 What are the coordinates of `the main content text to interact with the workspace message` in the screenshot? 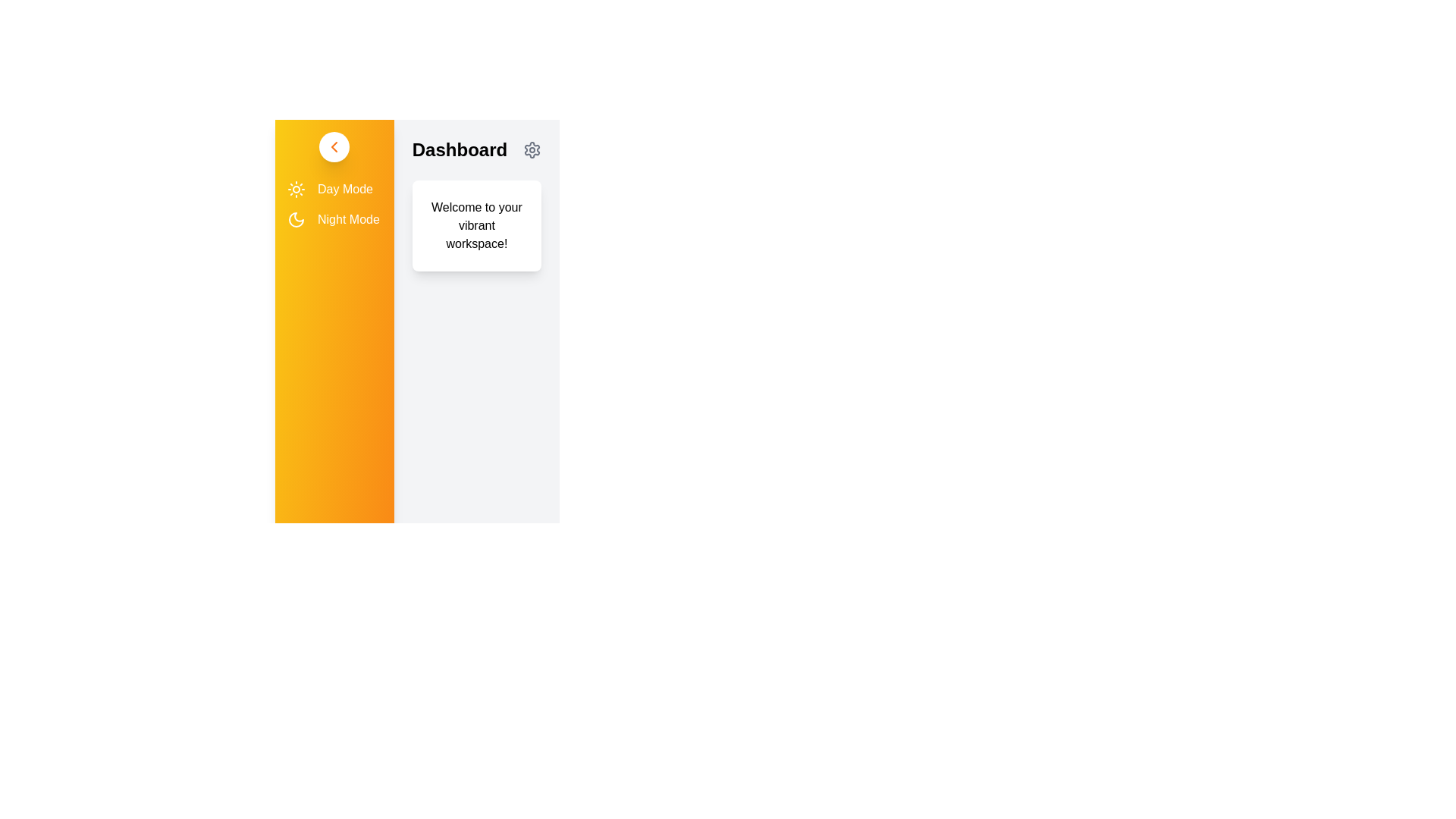 It's located at (475, 225).